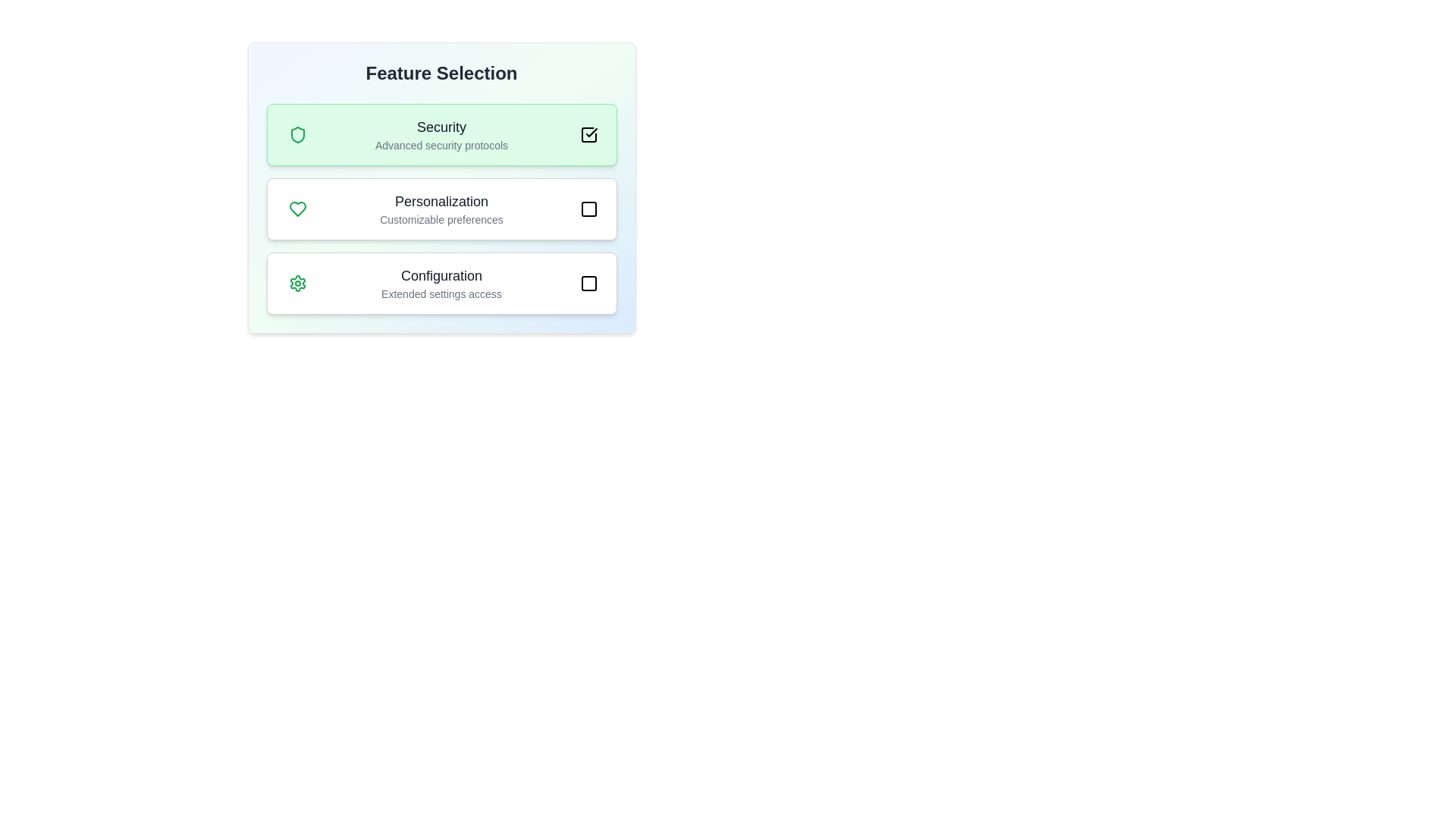 The height and width of the screenshot is (819, 1456). I want to click on the Static informational block titled 'Personalization' which contains the subtitle 'Customizable preferences' for further information, so click(441, 187).